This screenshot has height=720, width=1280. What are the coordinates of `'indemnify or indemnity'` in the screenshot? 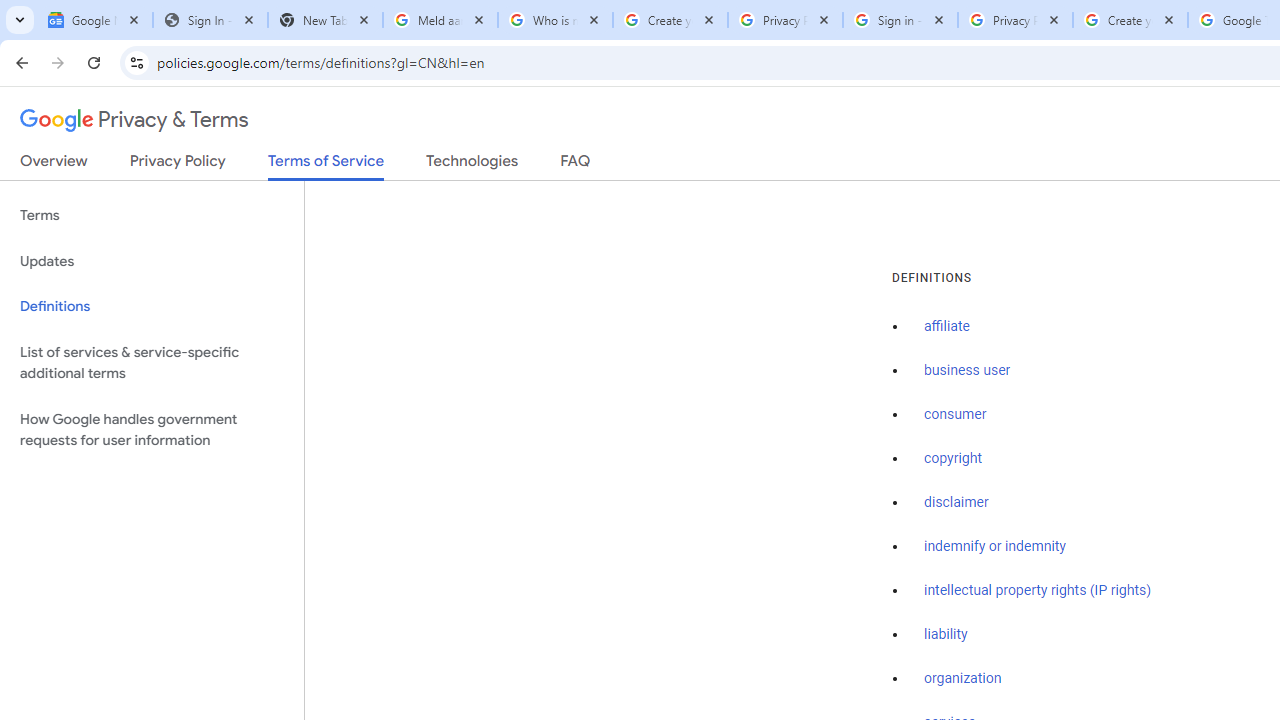 It's located at (995, 546).